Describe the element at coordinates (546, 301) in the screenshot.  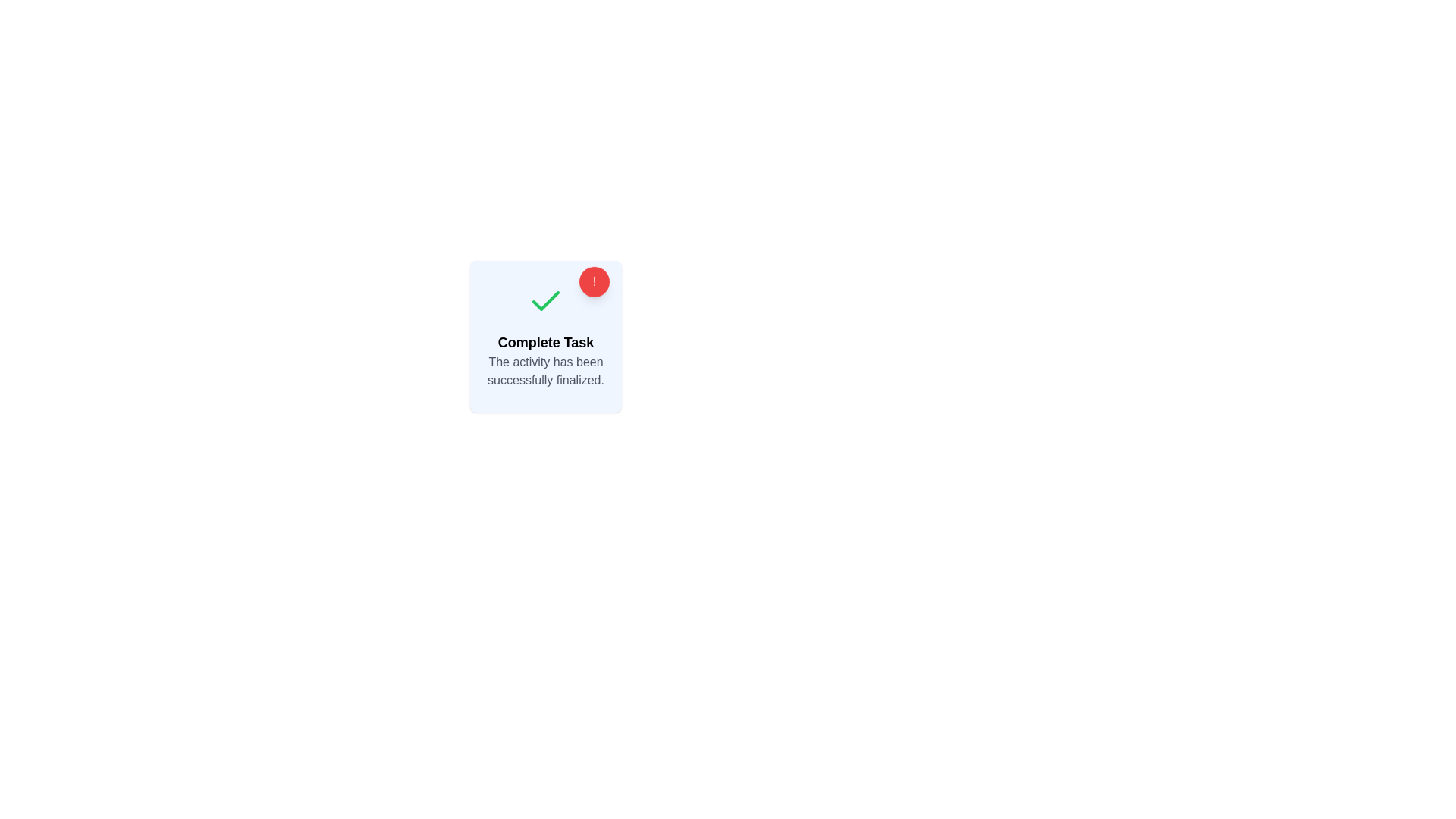
I see `the green check mark icon representing completion, which is centered above the text 'Complete Task'` at that location.